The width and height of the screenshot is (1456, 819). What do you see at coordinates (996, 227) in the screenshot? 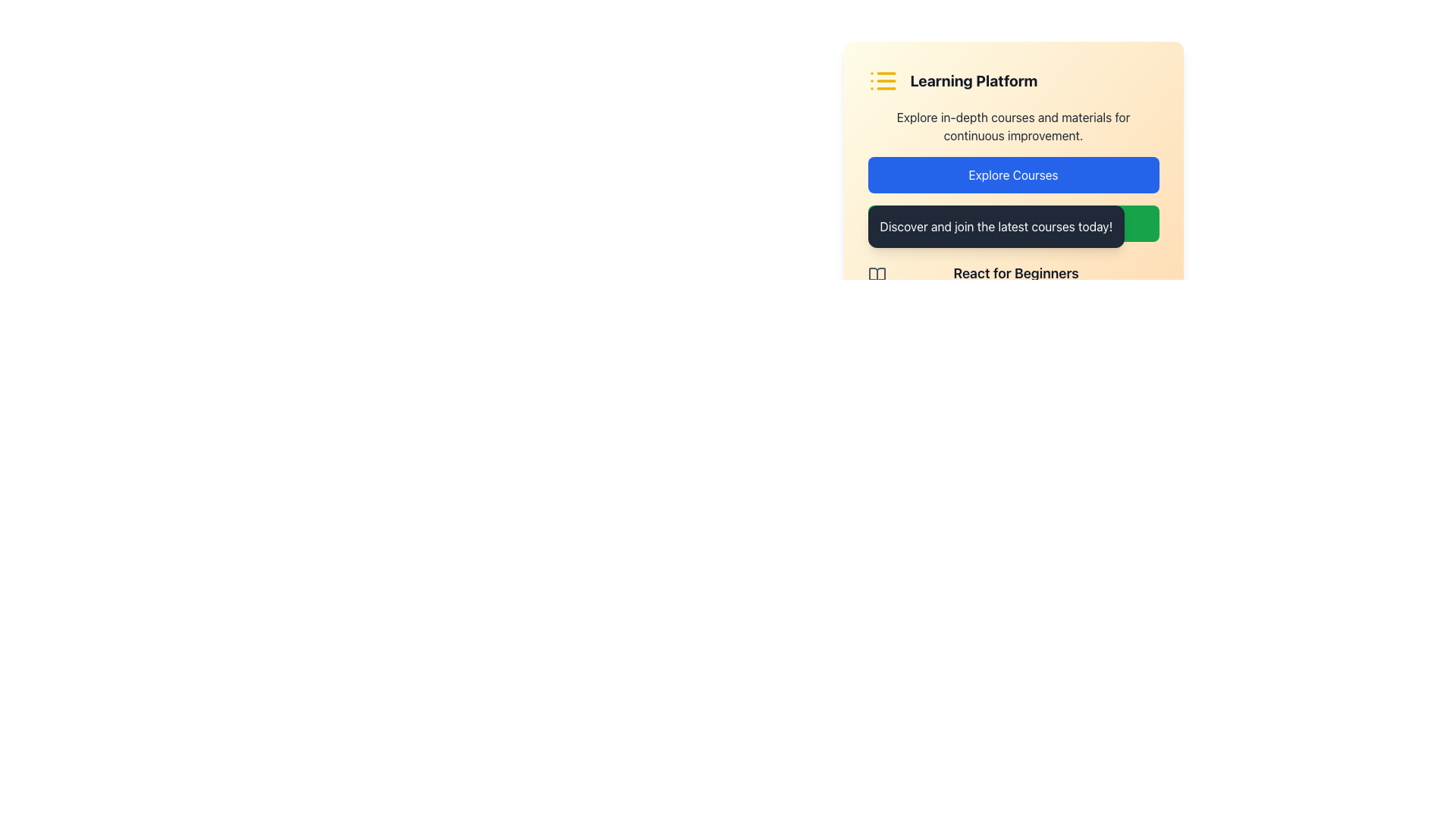
I see `the static text component that reads 'Discover and join the latest courses today!' with a dark background and rounded corners` at bounding box center [996, 227].